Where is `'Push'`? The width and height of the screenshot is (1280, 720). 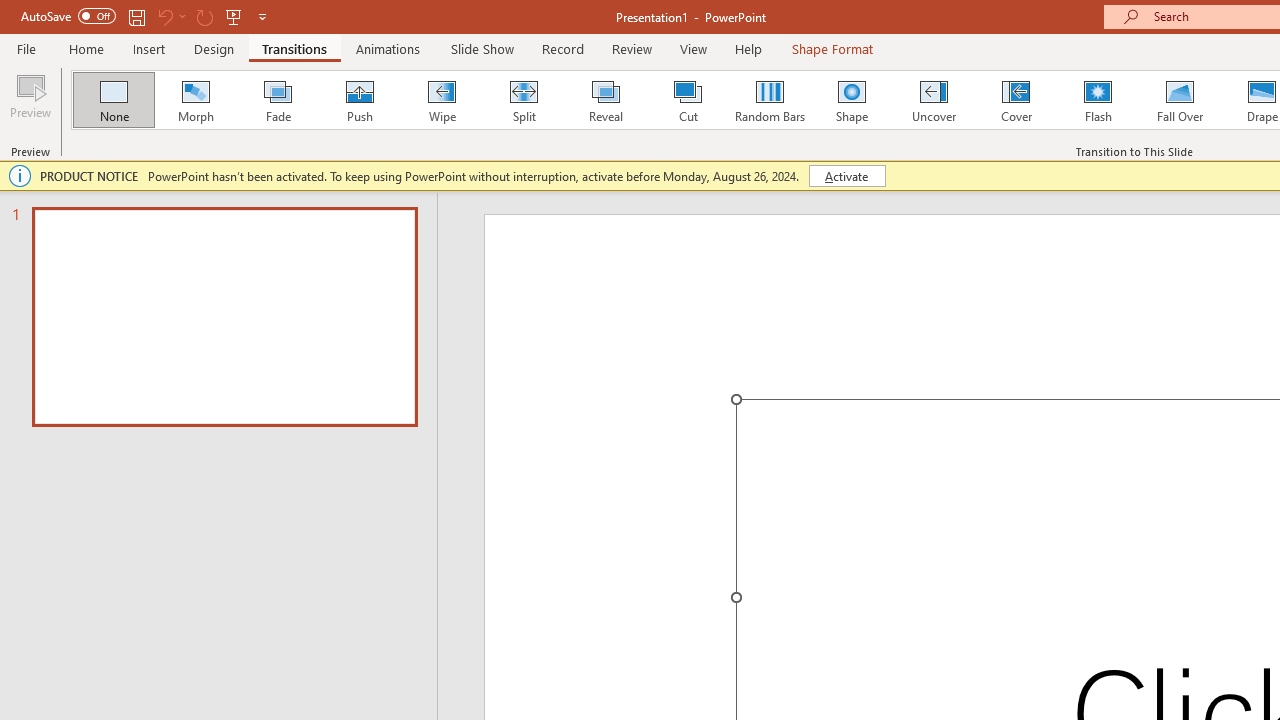 'Push' is located at coordinates (359, 100).